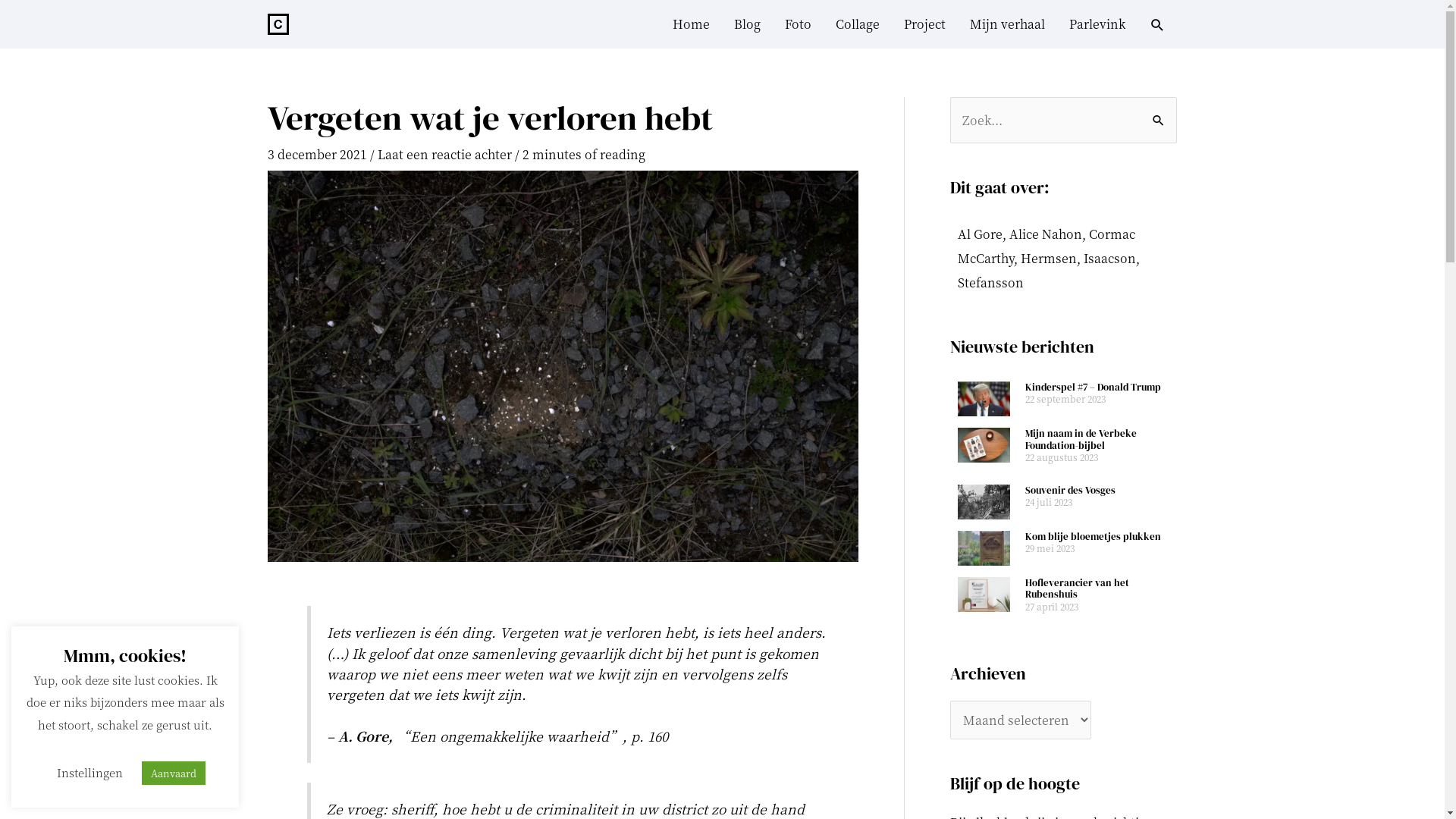  What do you see at coordinates (1080, 439) in the screenshot?
I see `'Mijn naam in de Verbeke Foundation-bijbel'` at bounding box center [1080, 439].